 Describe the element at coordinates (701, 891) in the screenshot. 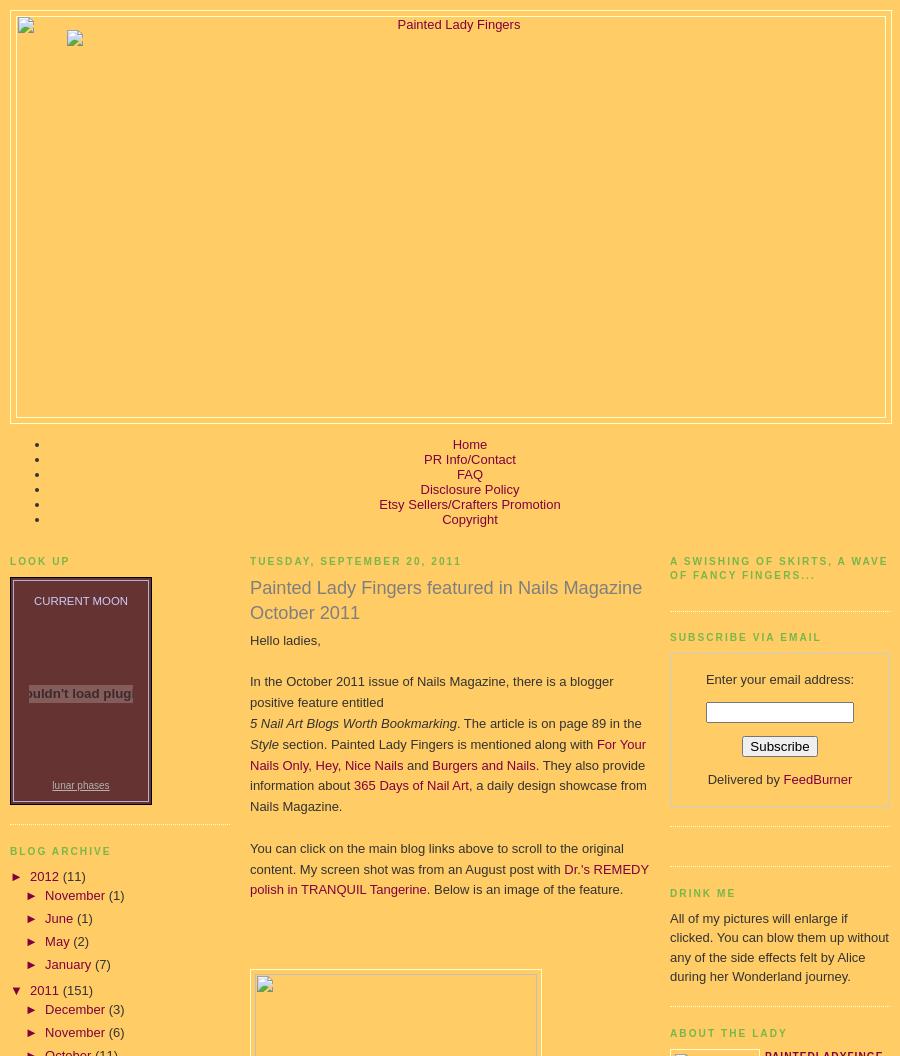

I see `'Drink Me'` at that location.